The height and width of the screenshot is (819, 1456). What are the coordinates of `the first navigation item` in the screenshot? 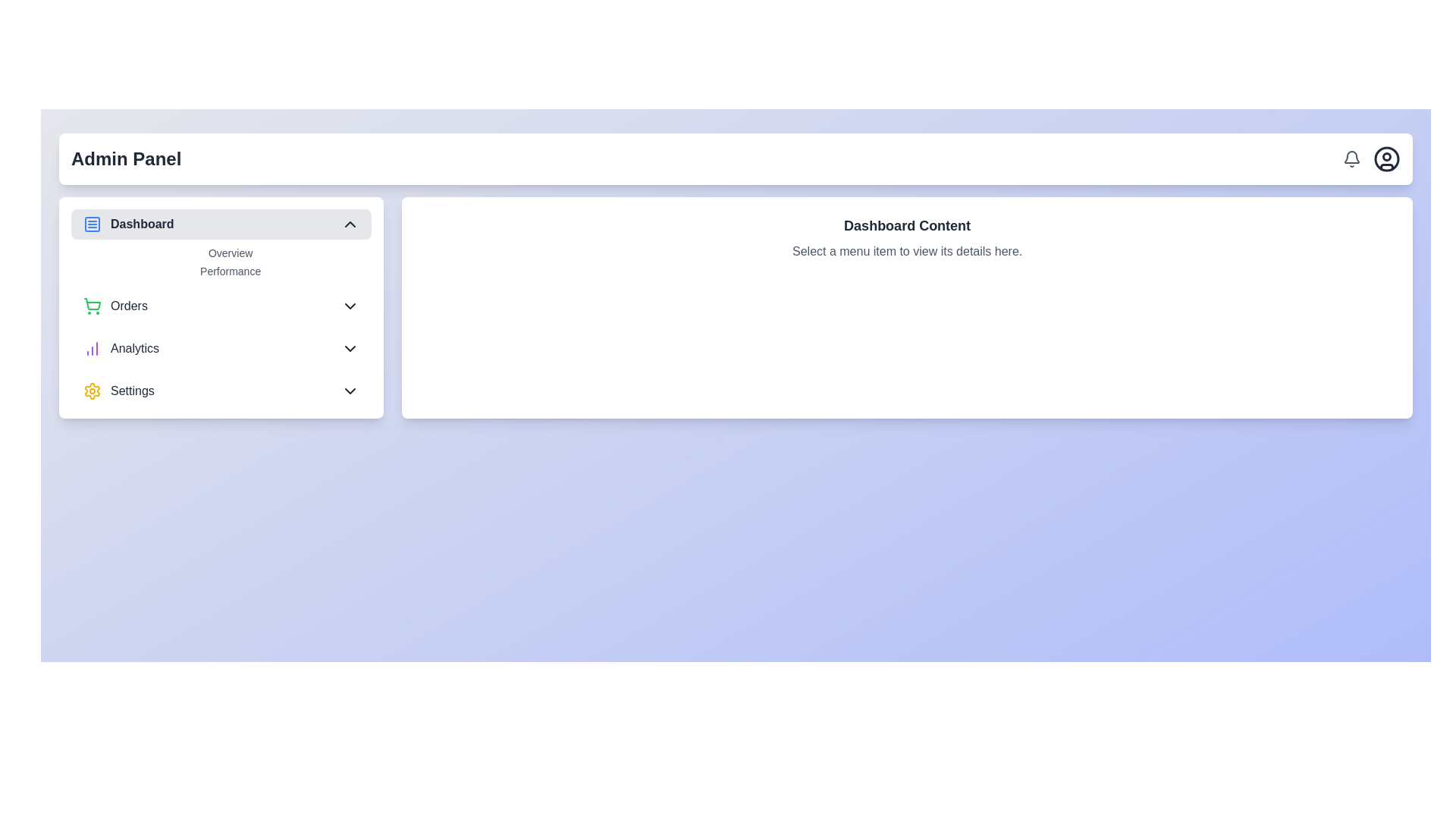 It's located at (128, 224).